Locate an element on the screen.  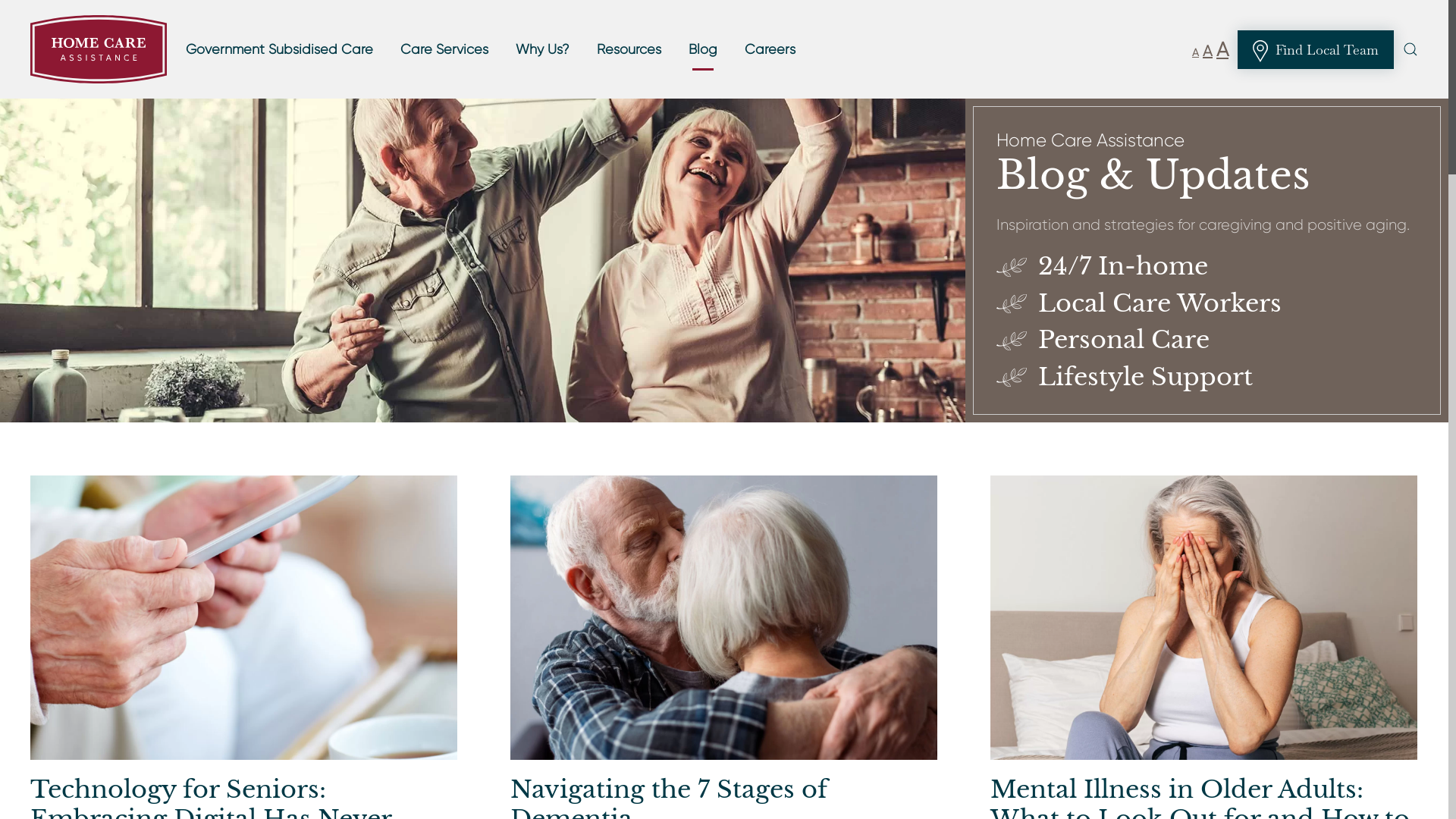
'Government Subsidised Care' is located at coordinates (175, 49).